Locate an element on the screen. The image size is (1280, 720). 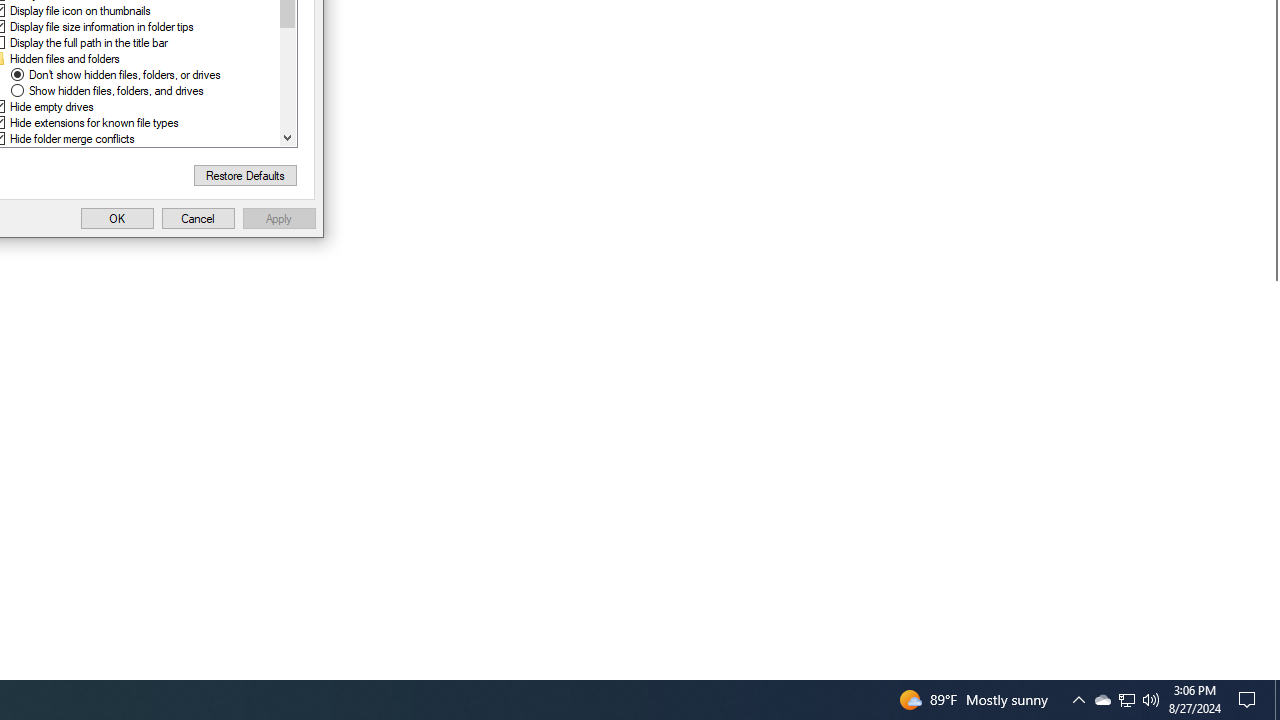
'Apply' is located at coordinates (278, 218).